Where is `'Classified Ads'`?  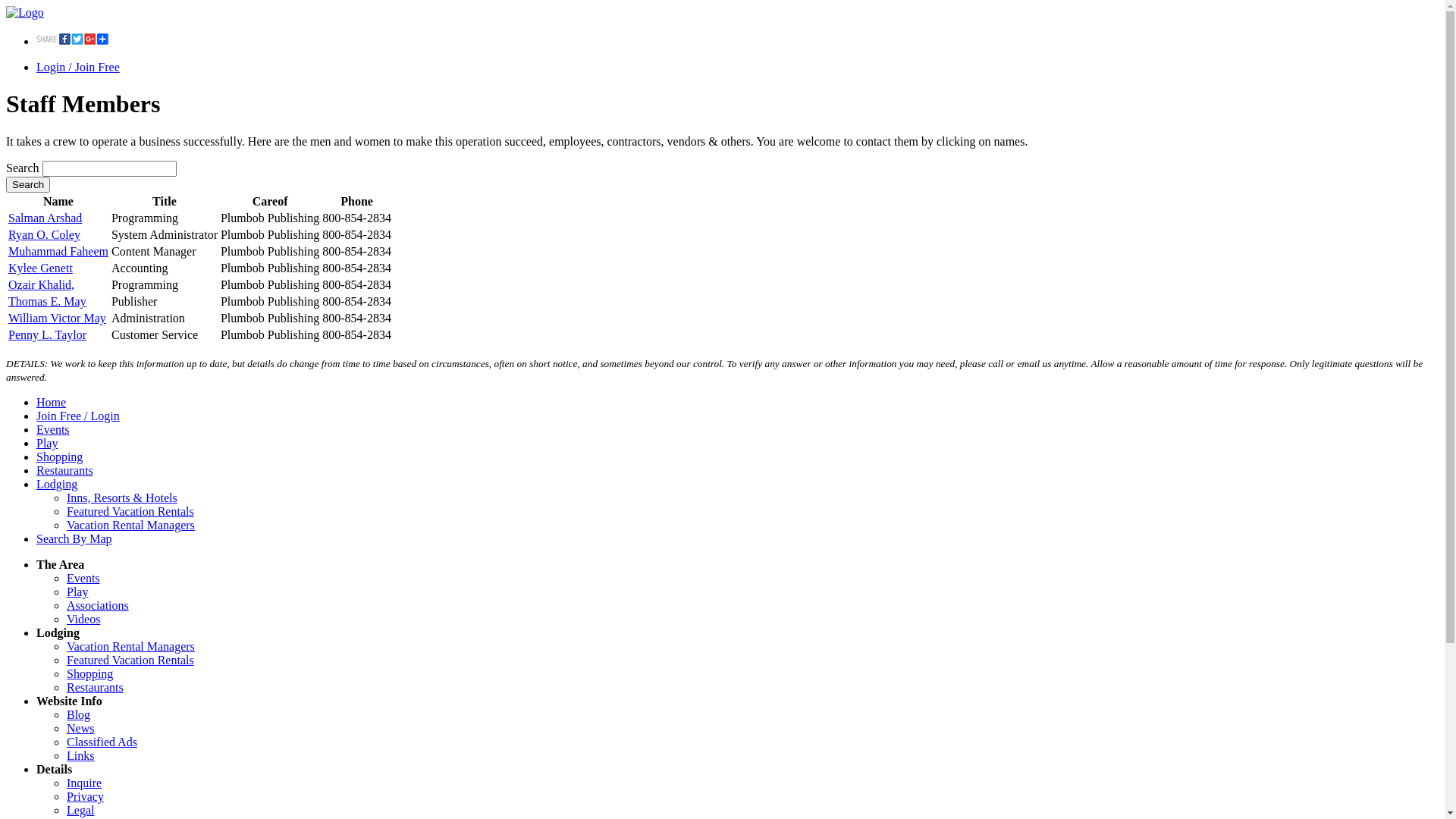
'Classified Ads' is located at coordinates (65, 741).